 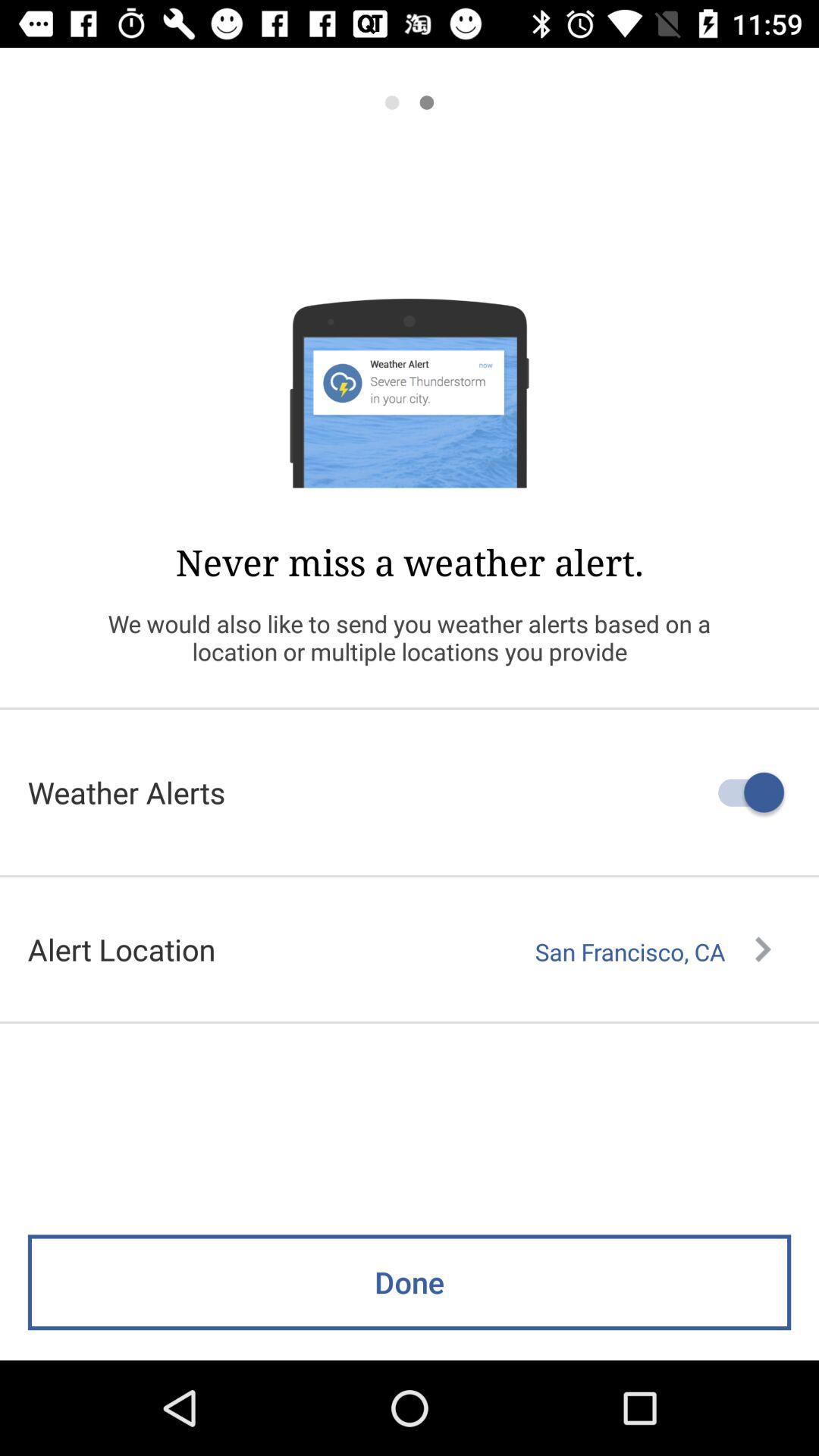 What do you see at coordinates (652, 951) in the screenshot?
I see `icon next to the alert location` at bounding box center [652, 951].